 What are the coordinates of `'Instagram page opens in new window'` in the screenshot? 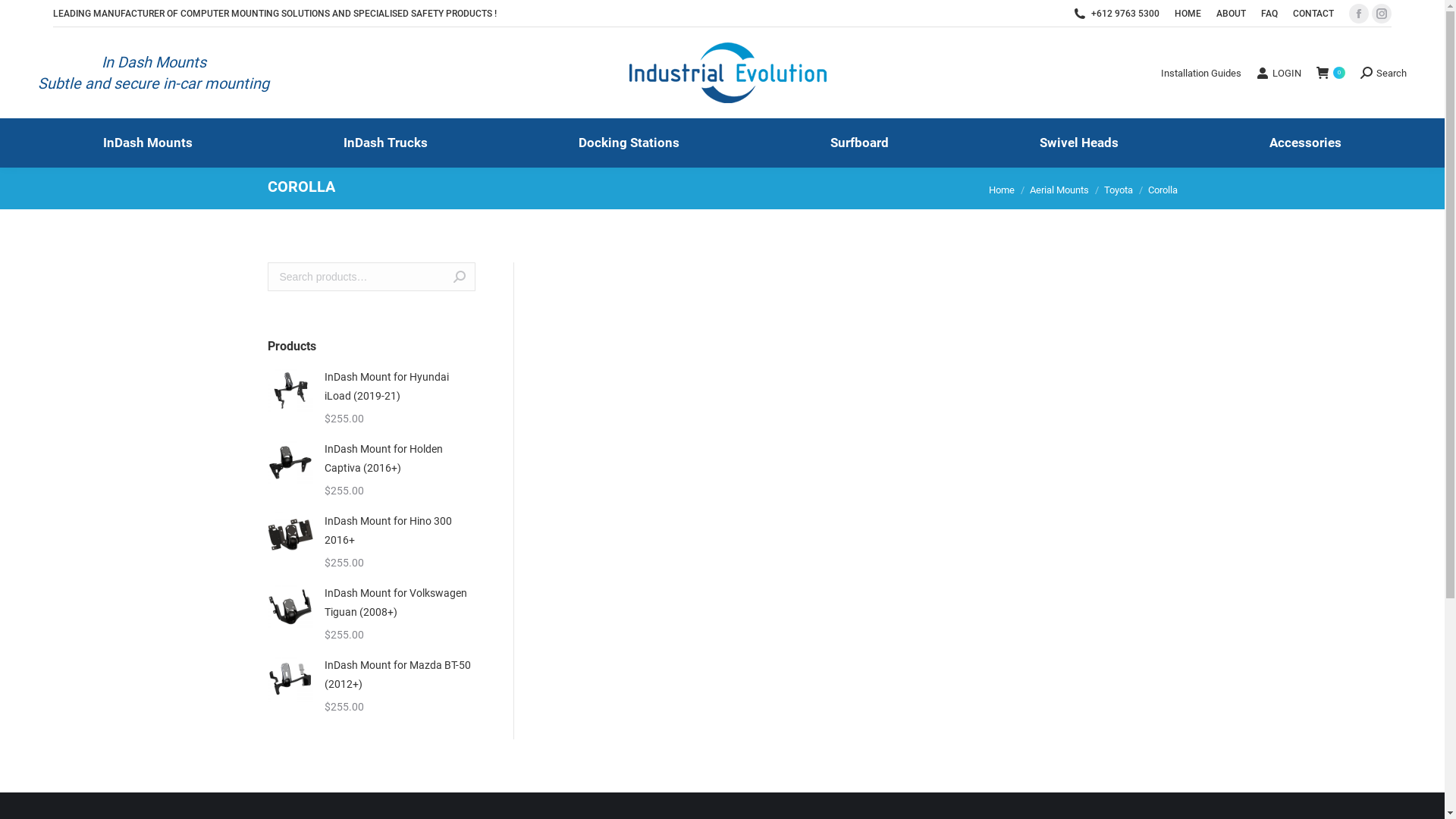 It's located at (1372, 14).